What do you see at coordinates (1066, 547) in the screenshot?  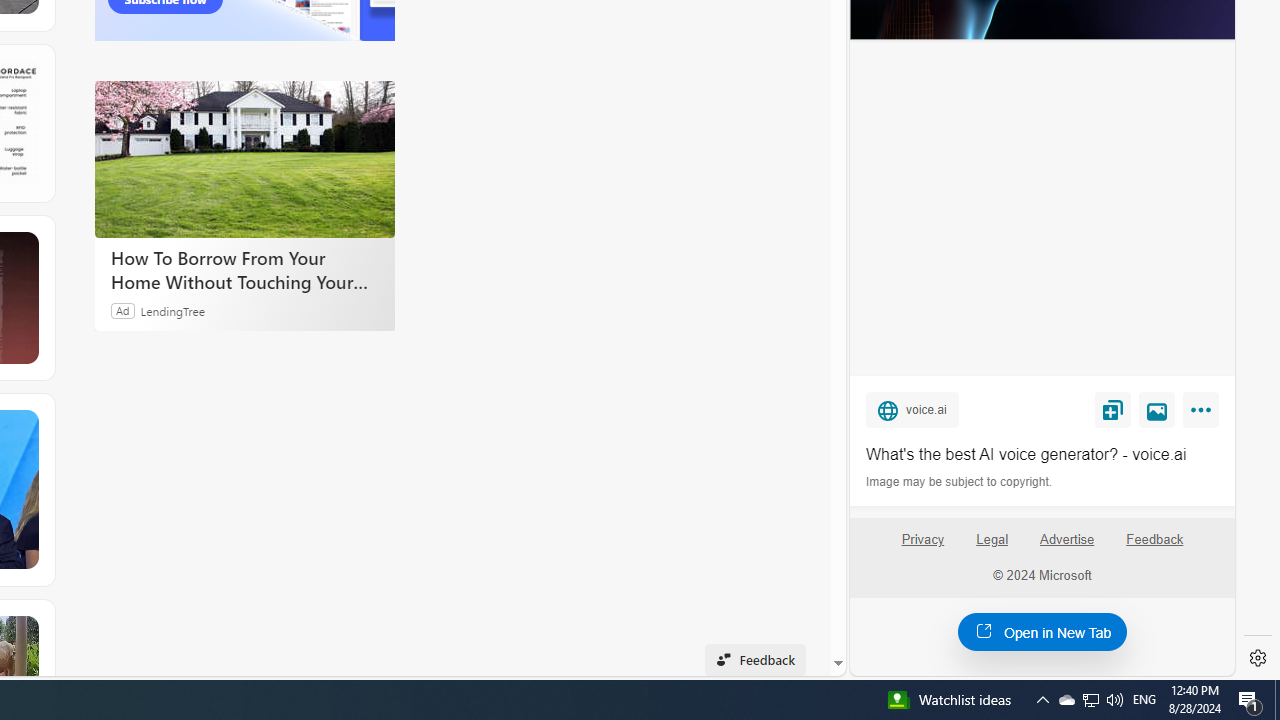 I see `'Advertise'` at bounding box center [1066, 547].